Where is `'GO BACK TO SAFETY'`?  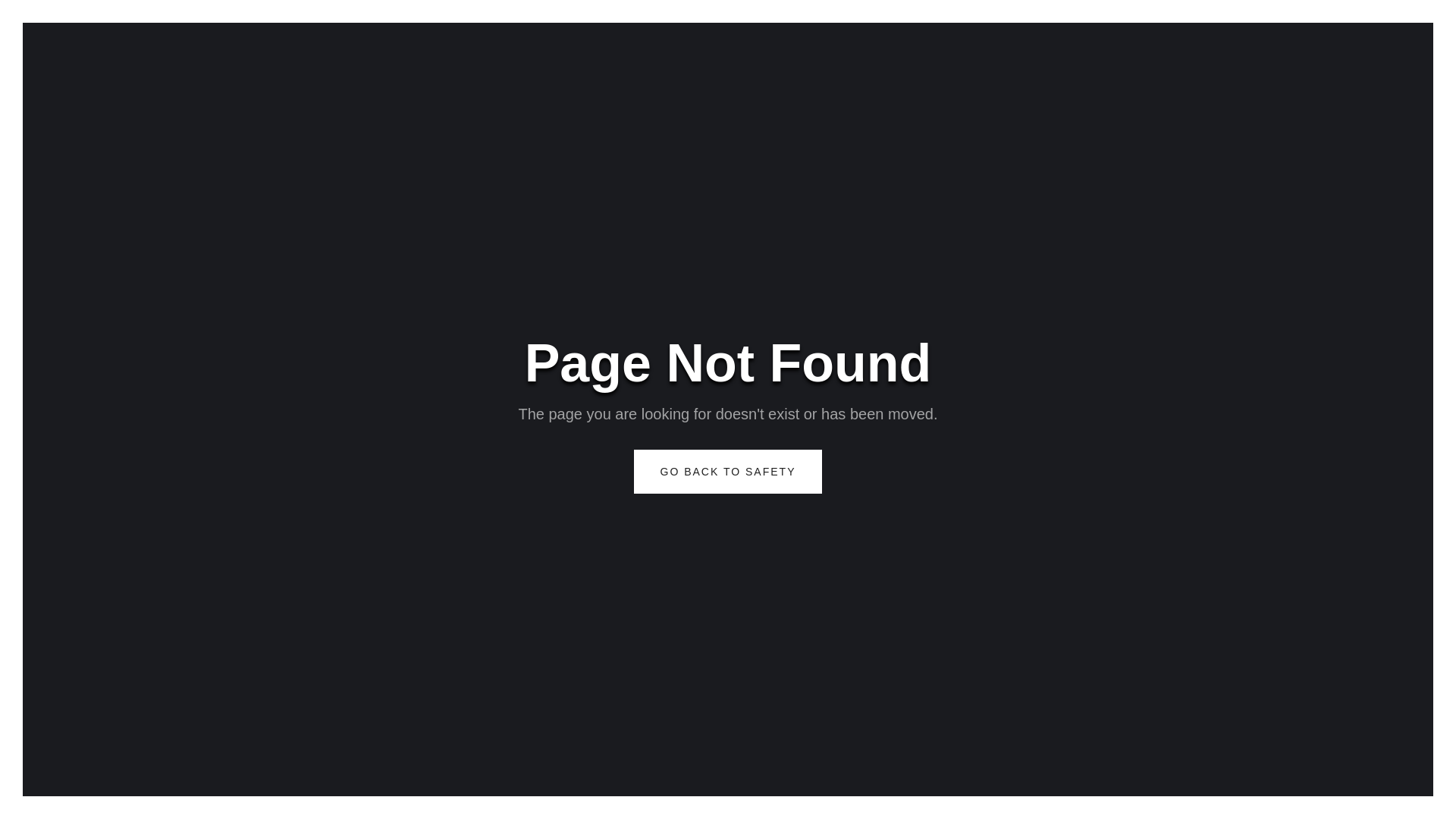
'GO BACK TO SAFETY' is located at coordinates (728, 470).